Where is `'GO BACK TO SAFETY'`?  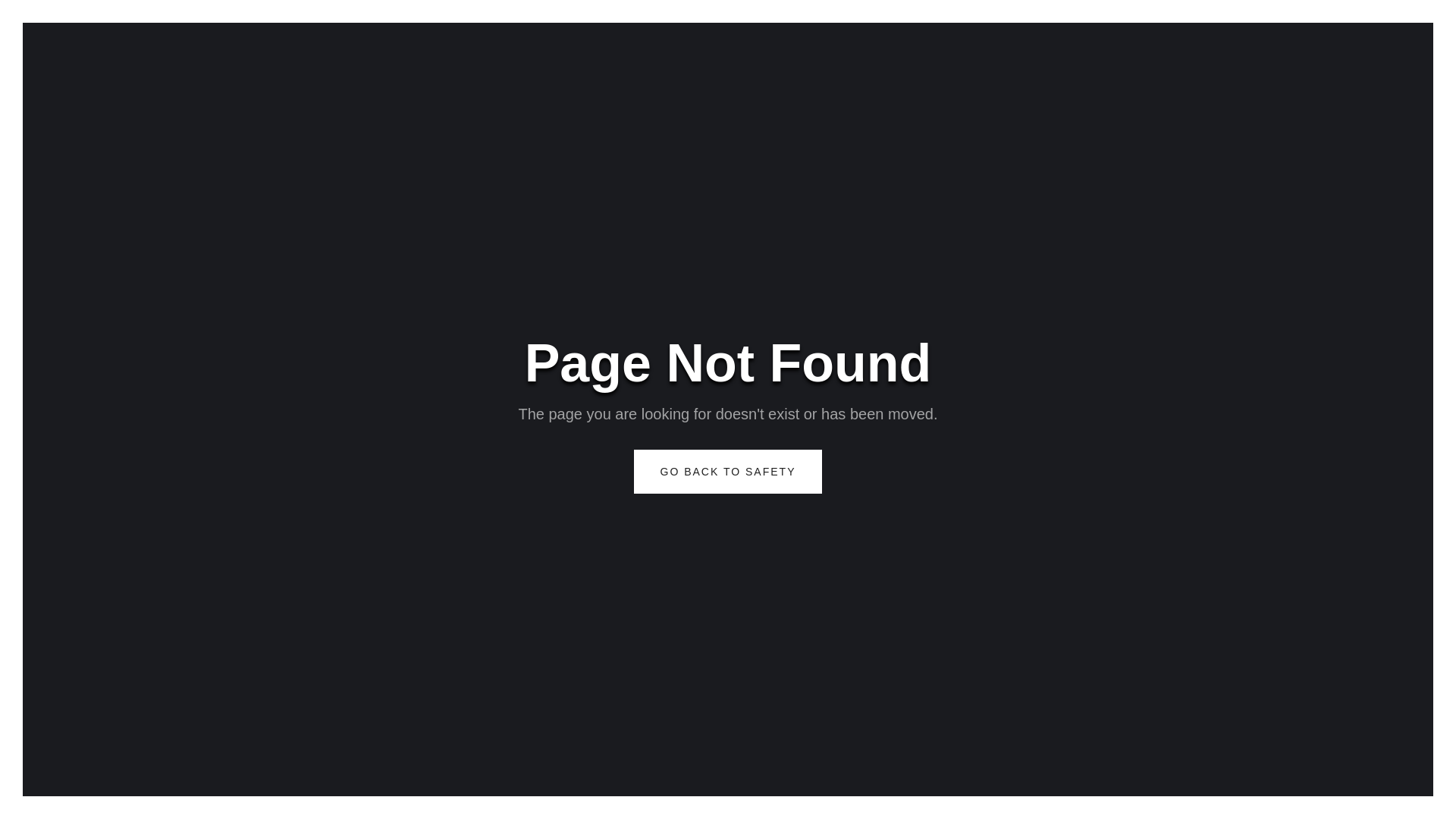
'GO BACK TO SAFETY' is located at coordinates (728, 470).